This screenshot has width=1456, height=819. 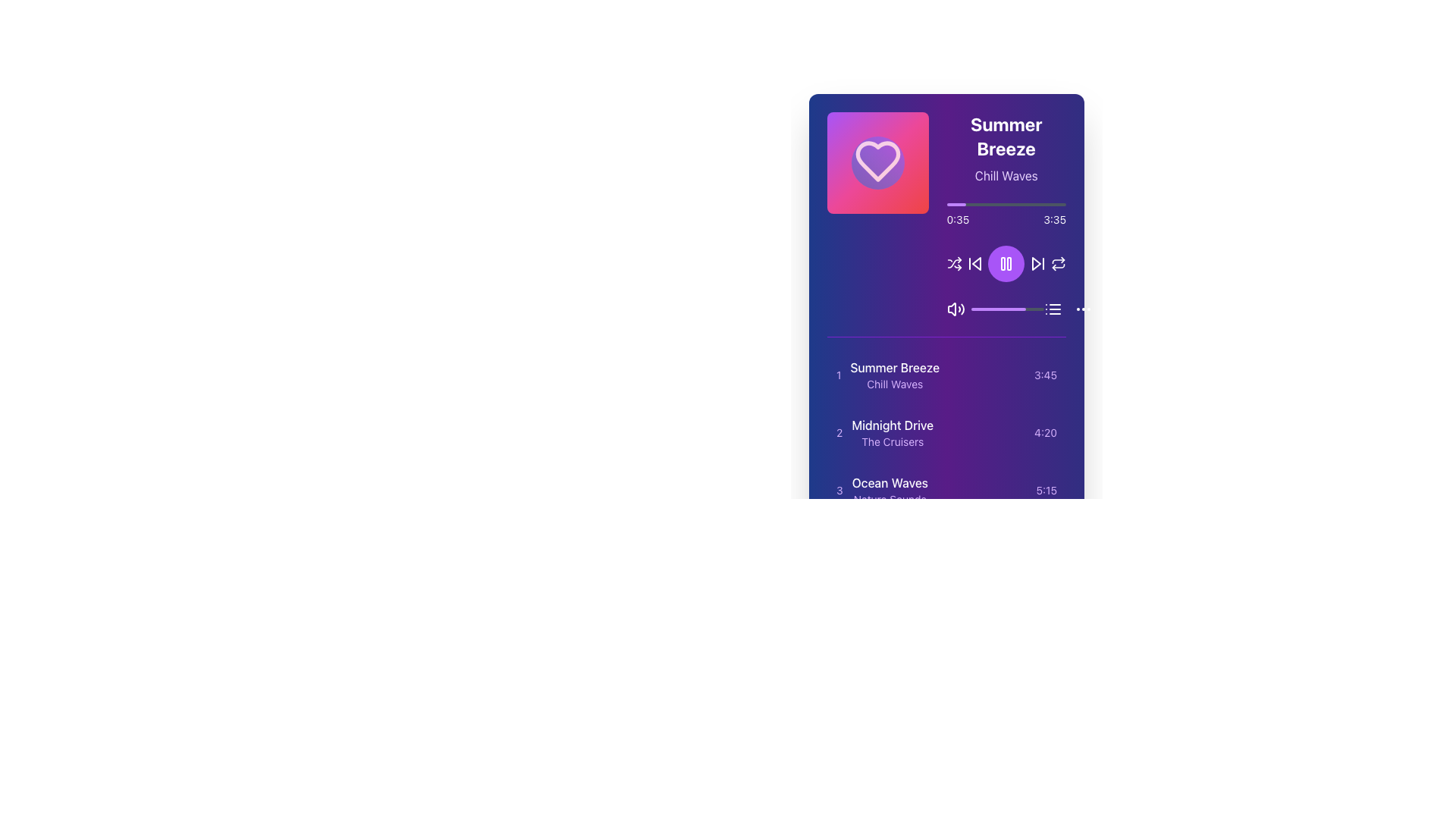 What do you see at coordinates (893, 441) in the screenshot?
I see `the text label reading 'The Cruisers', which is styled in purple and positioned beneath 'Midnight Drive' within the second item of a vertical song list` at bounding box center [893, 441].